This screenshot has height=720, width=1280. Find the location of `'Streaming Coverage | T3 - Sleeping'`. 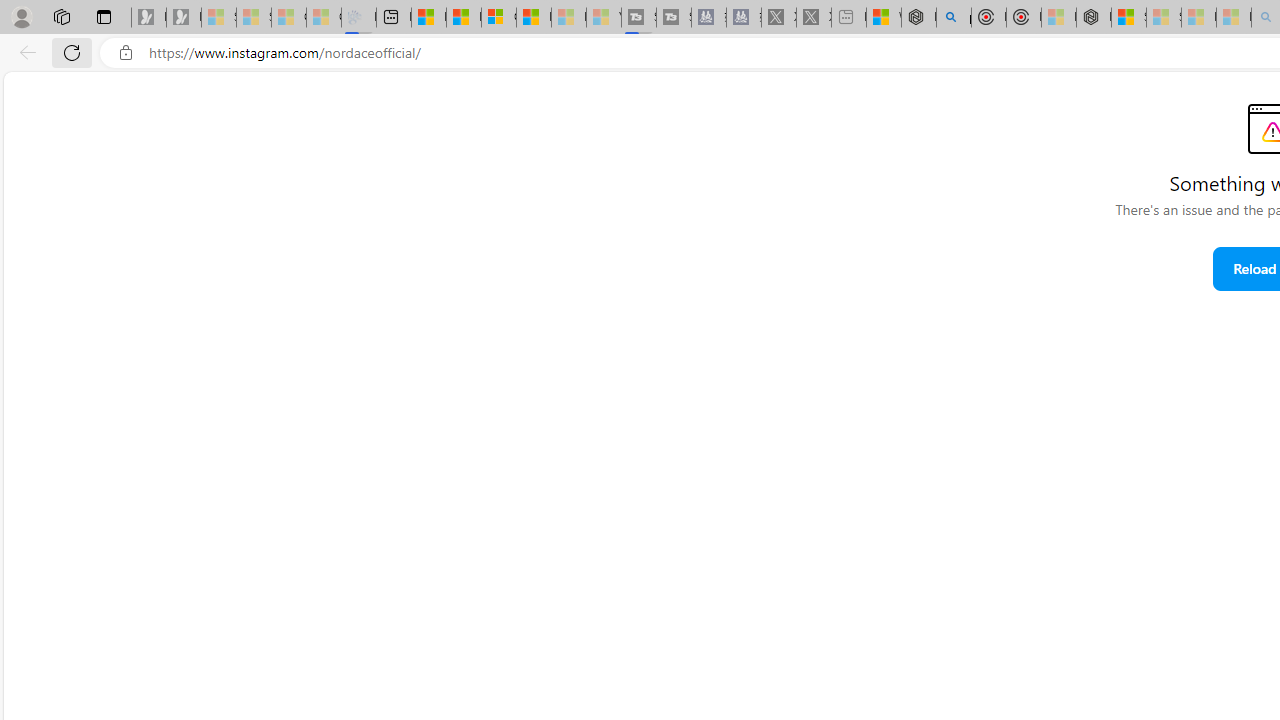

'Streaming Coverage | T3 - Sleeping' is located at coordinates (638, 17).